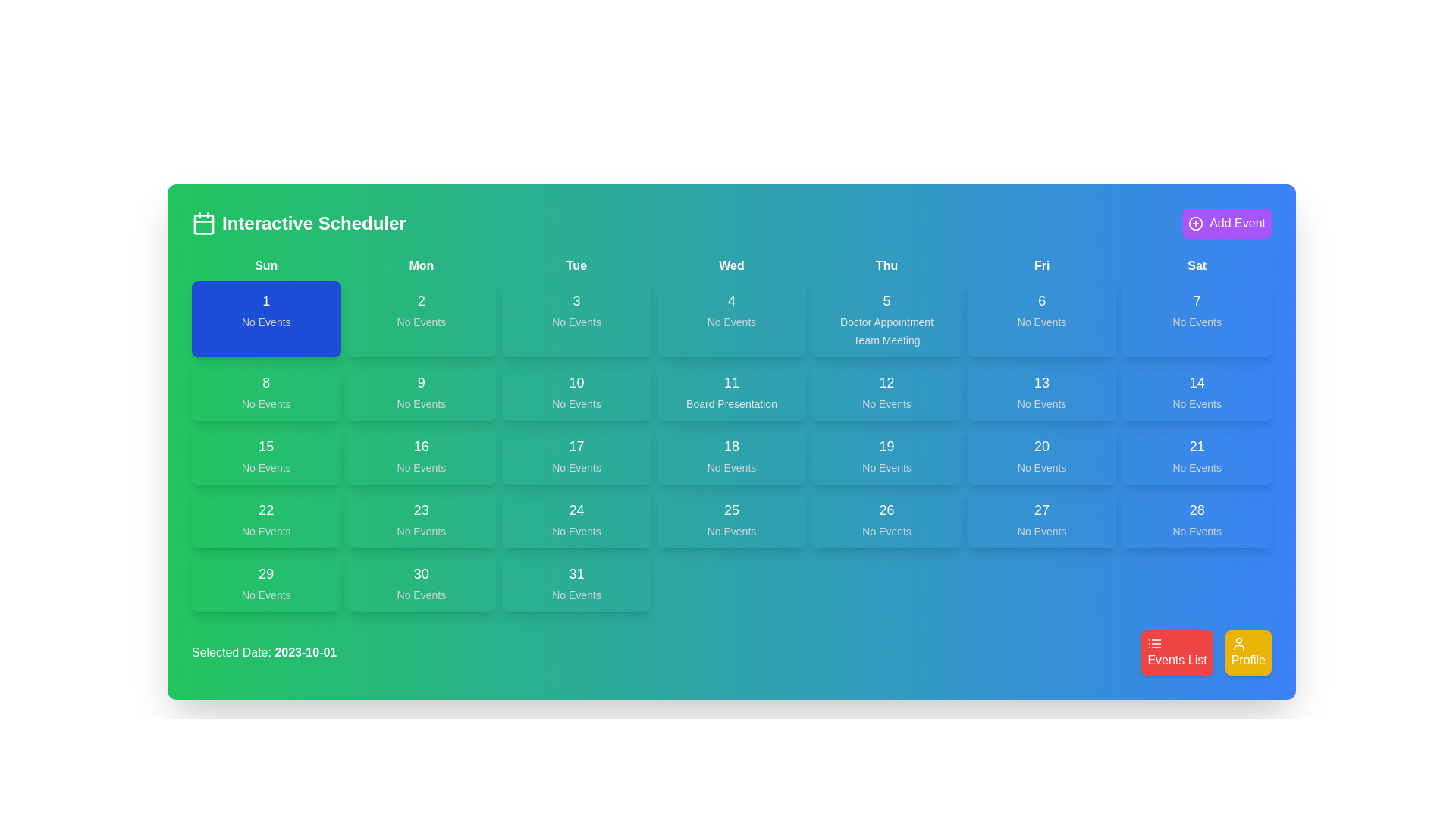 The image size is (1456, 819). I want to click on the static text label displaying 'Sat', which is styled with centered bold text and positioned as the last label in a row of day abbreviations on the weekly calendar layout, so click(1196, 265).